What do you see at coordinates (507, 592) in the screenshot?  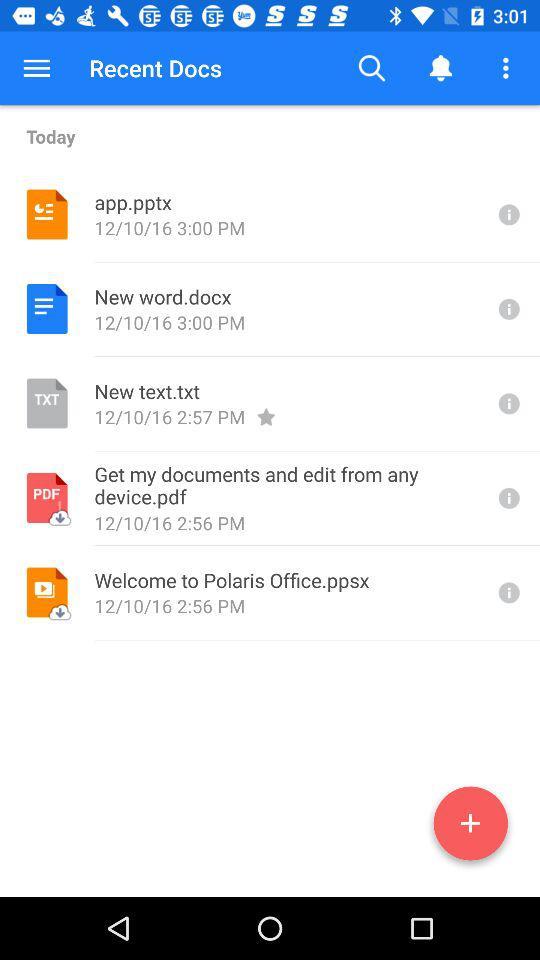 I see `displays more information` at bounding box center [507, 592].